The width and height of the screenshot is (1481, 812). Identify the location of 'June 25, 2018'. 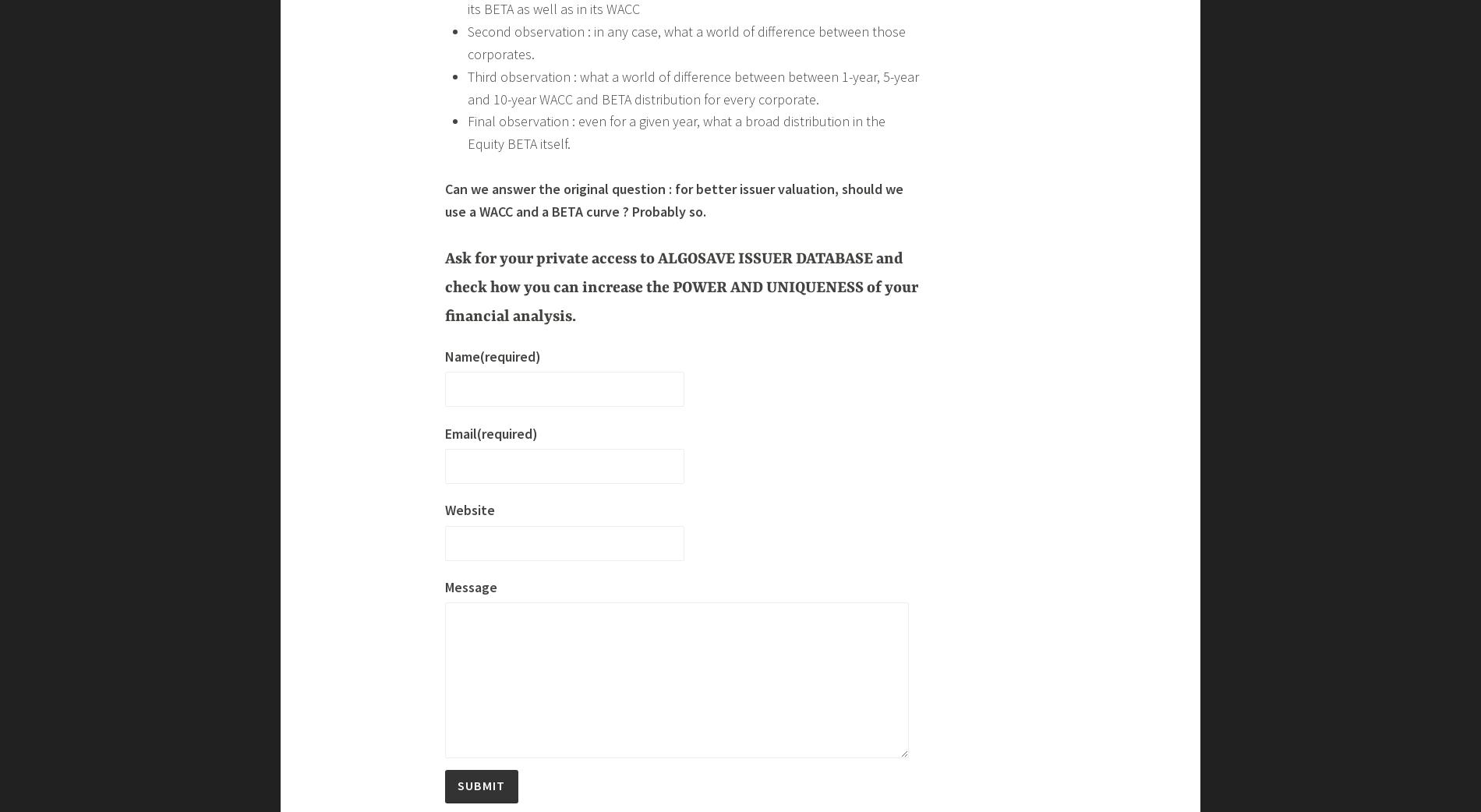
(352, 15).